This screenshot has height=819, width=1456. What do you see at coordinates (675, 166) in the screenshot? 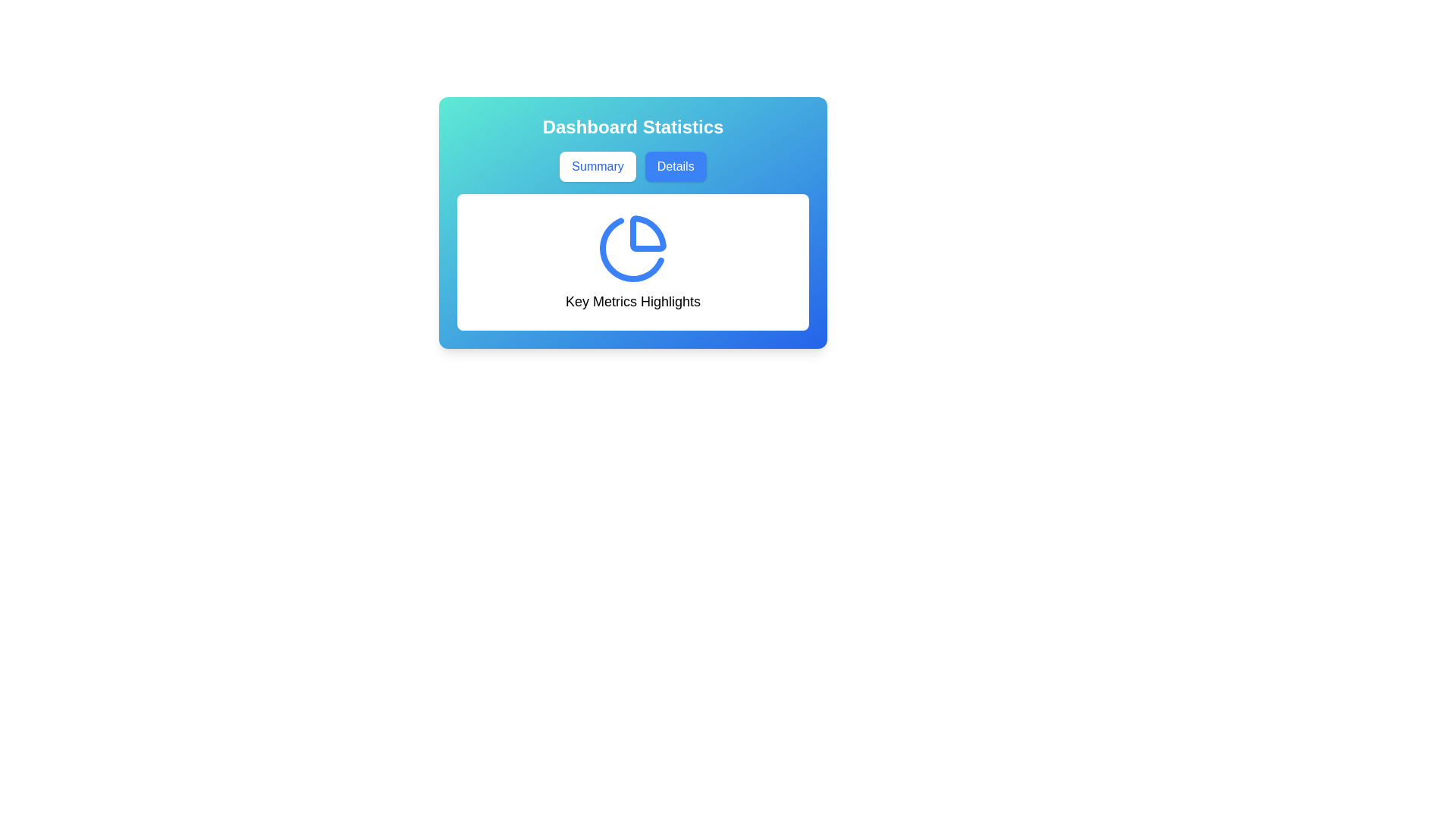
I see `the 'Details' button, which is a rectangular button with rounded corners, a vibrant blue background, and white centrally aligned text, to trigger a visual response` at bounding box center [675, 166].